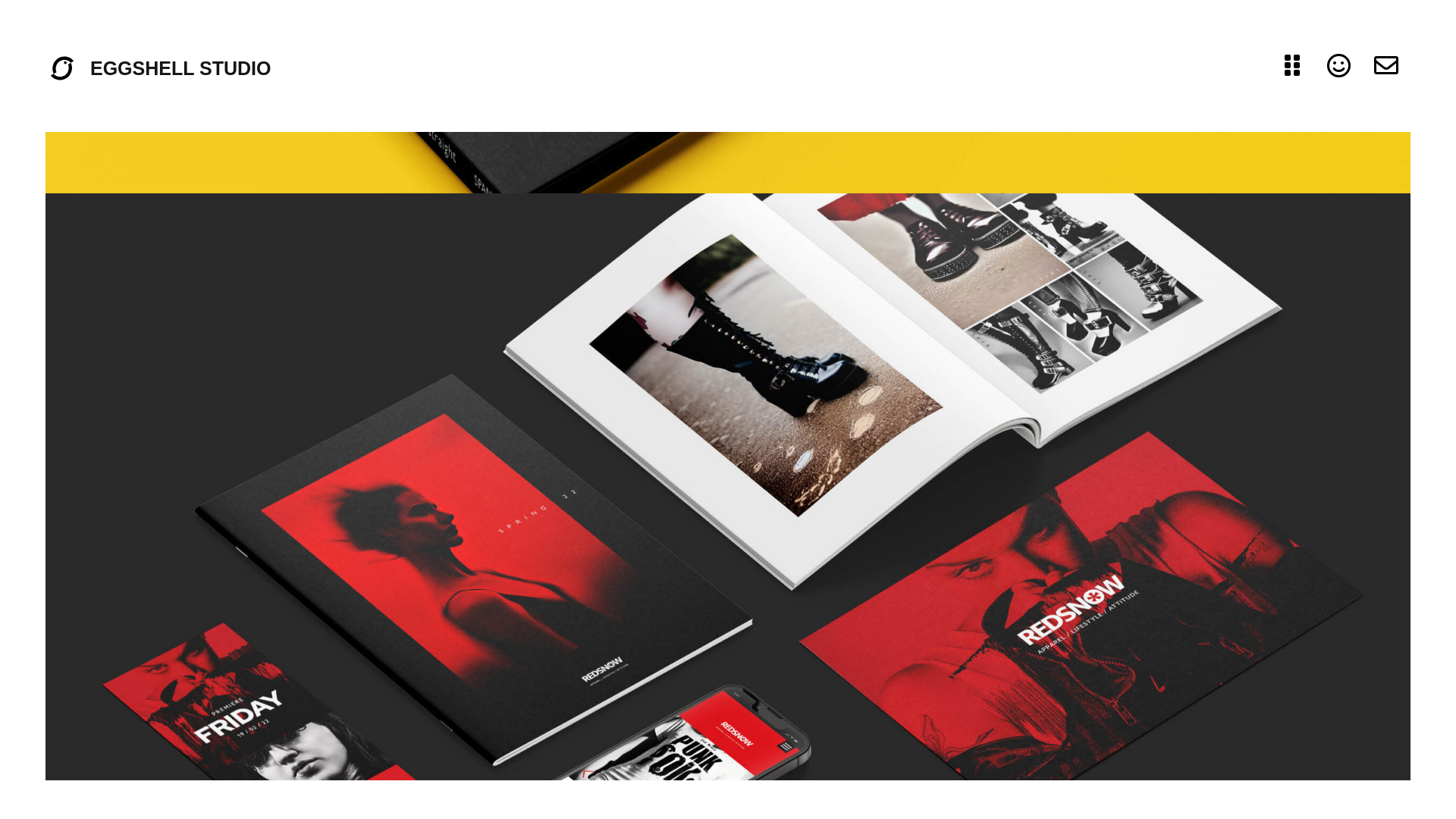  What do you see at coordinates (180, 67) in the screenshot?
I see `'EGGSHELL STUDIO'` at bounding box center [180, 67].